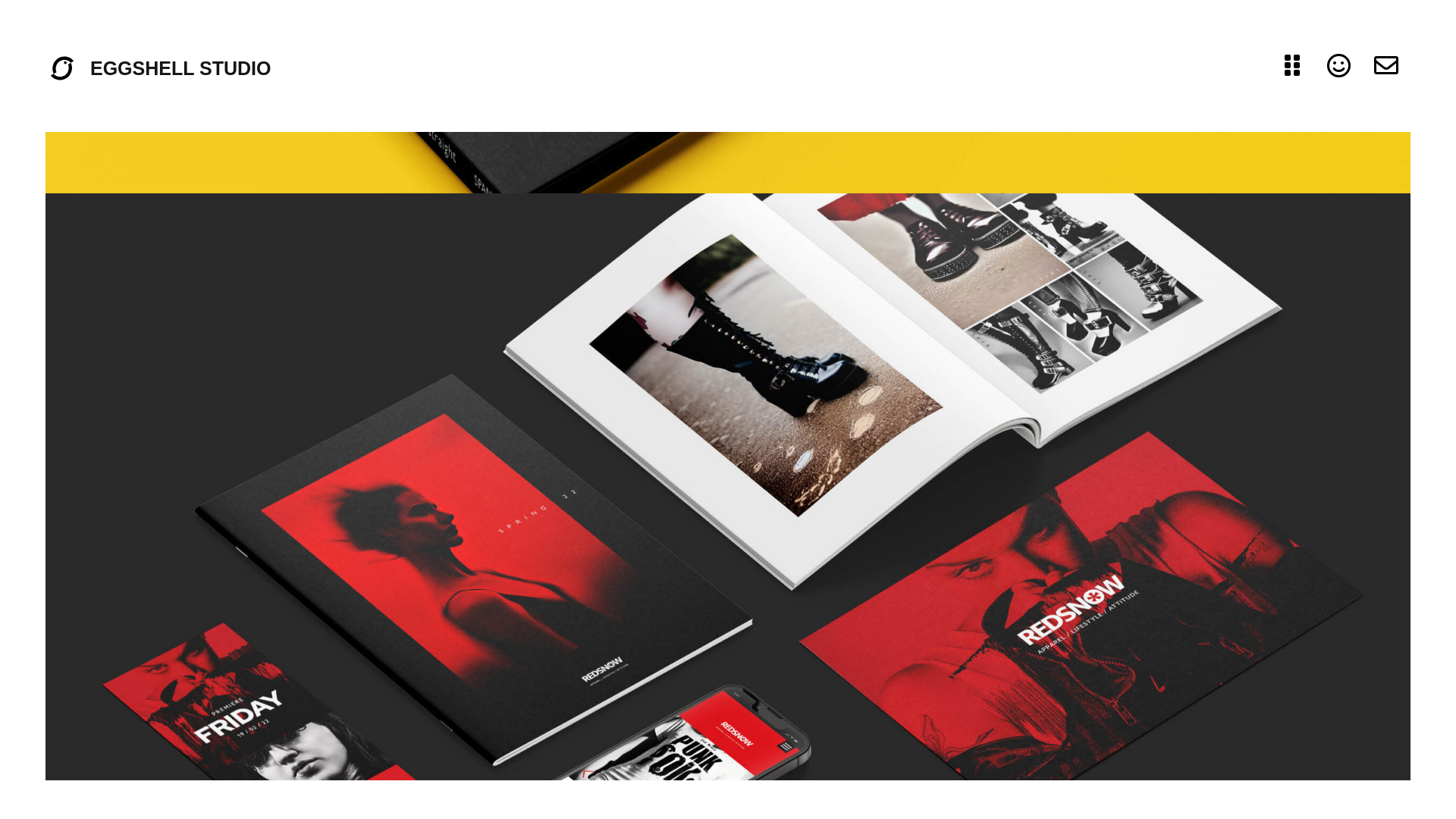  What do you see at coordinates (180, 67) in the screenshot?
I see `'EGGSHELL STUDIO'` at bounding box center [180, 67].